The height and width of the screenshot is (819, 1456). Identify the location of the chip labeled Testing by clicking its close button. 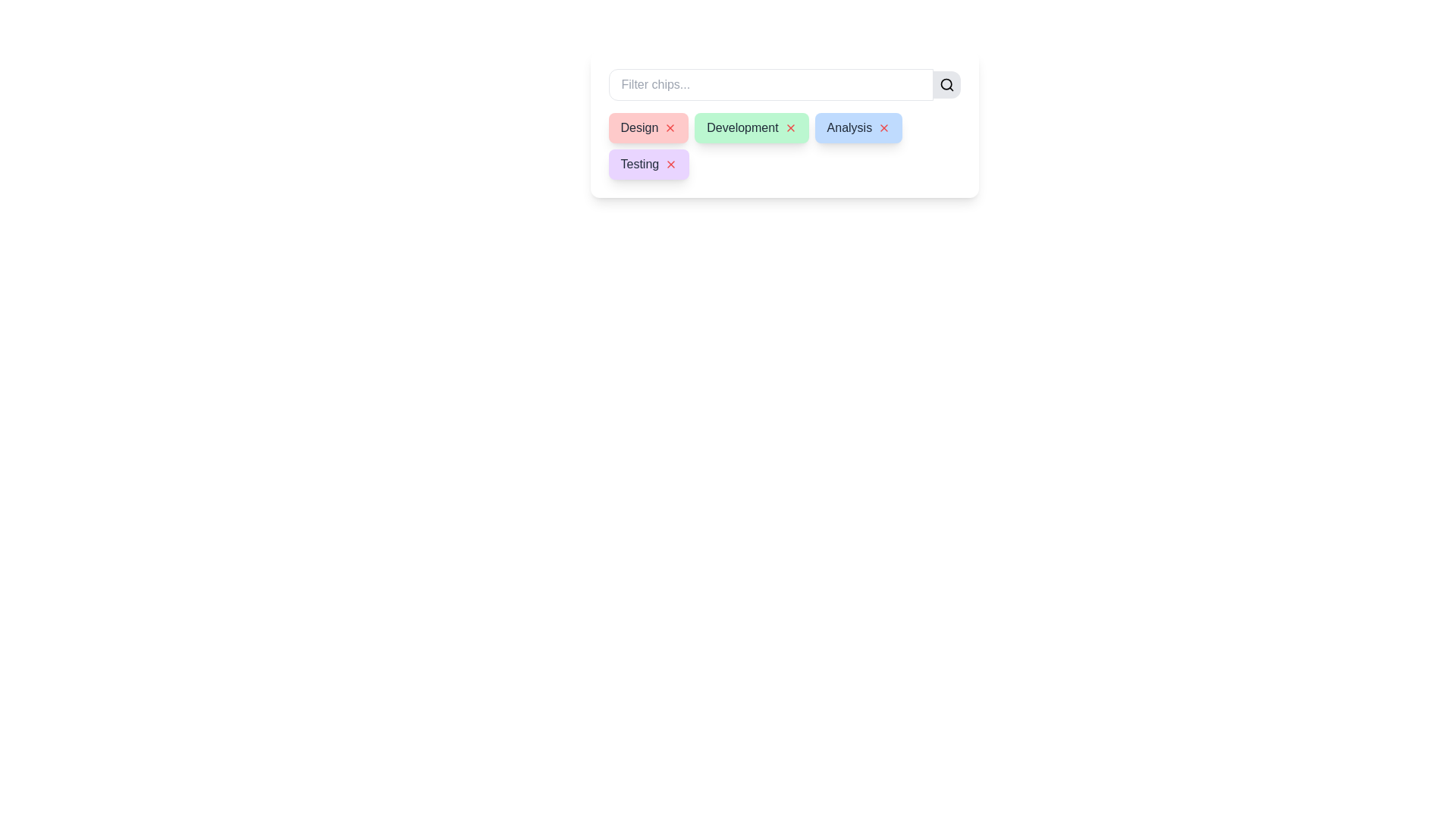
(670, 164).